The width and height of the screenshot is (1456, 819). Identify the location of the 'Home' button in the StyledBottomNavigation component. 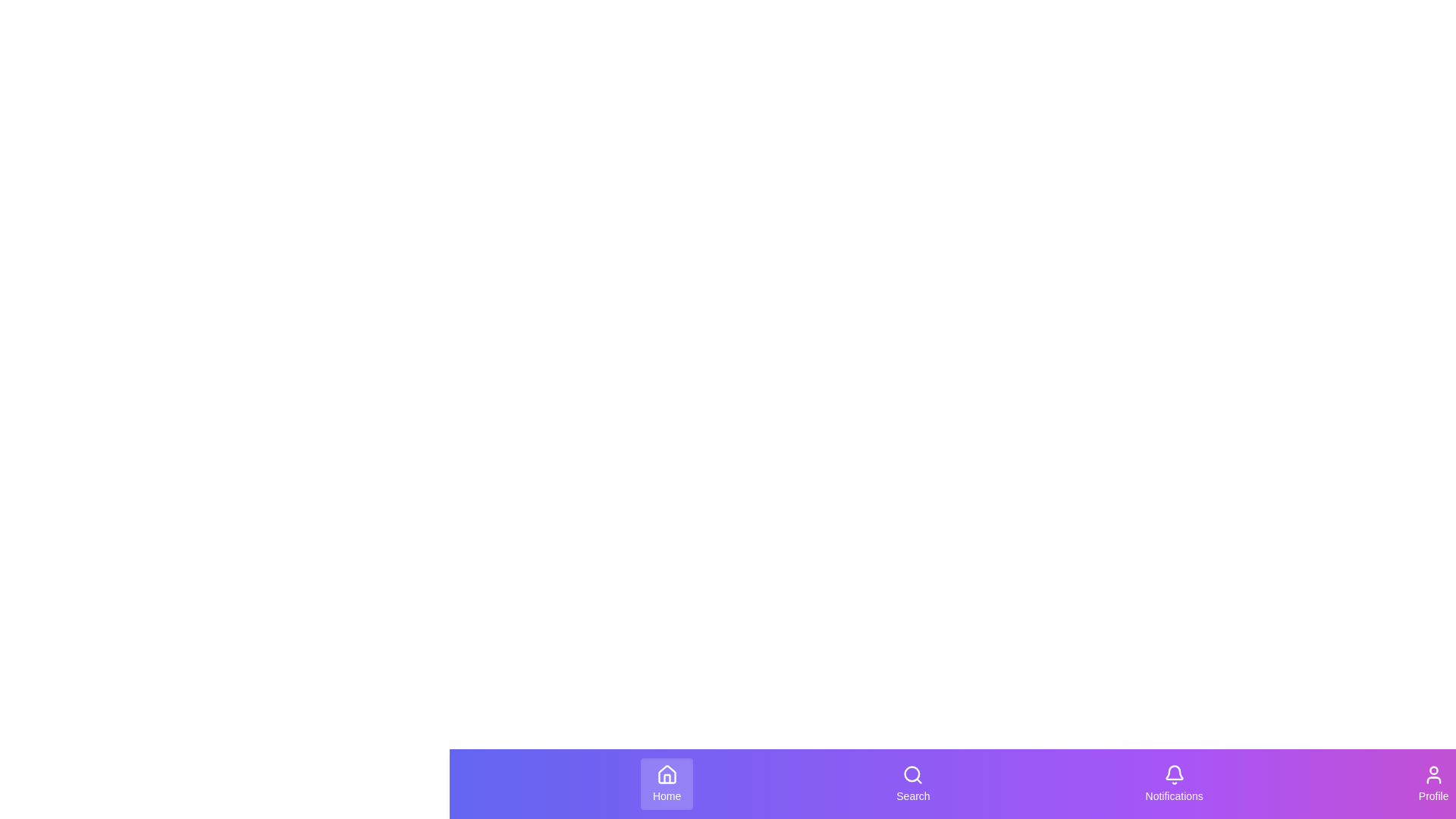
(667, 783).